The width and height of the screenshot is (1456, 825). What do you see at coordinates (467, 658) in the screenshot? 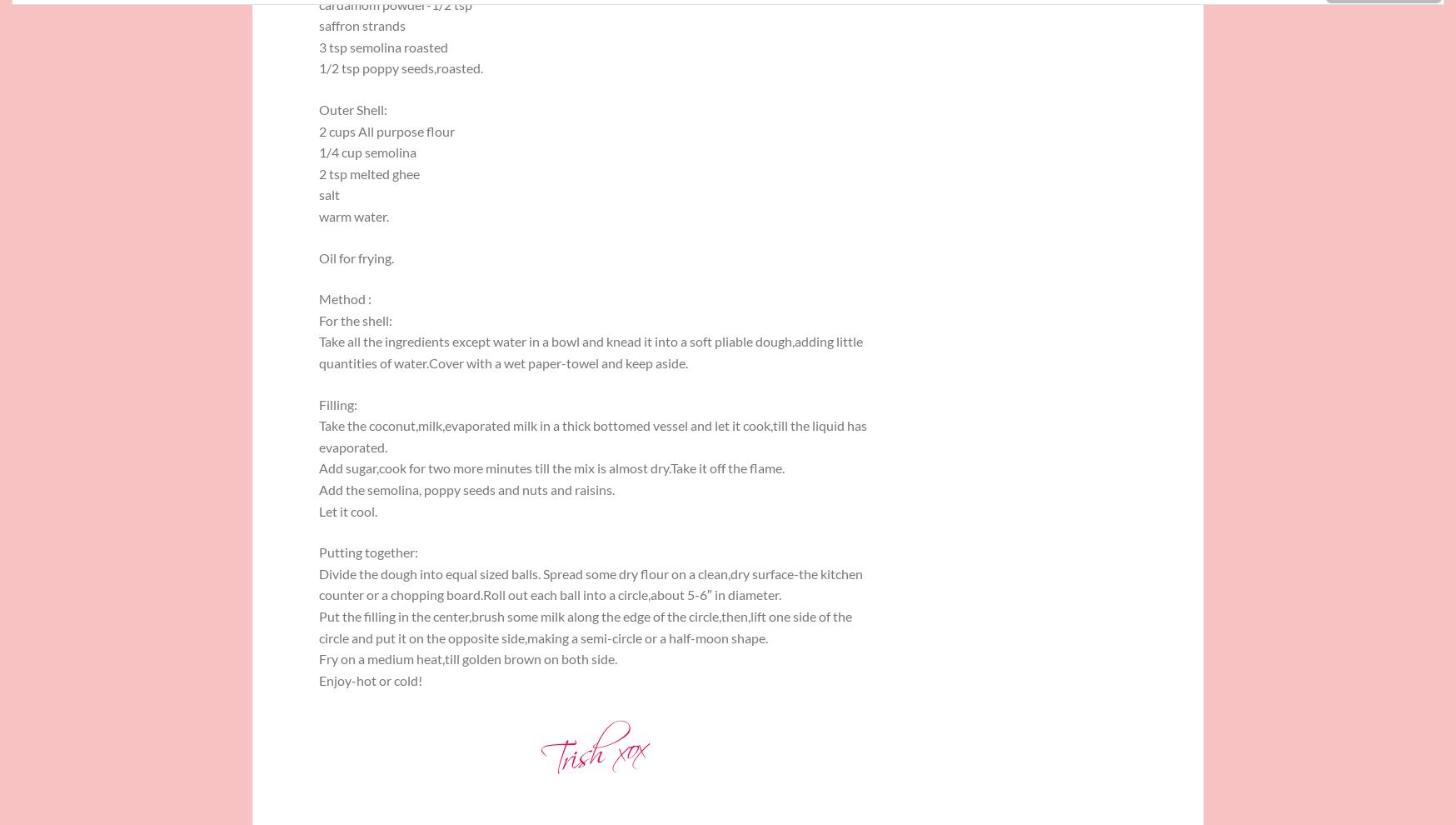
I see `'Fry on a medium heat,till golden brown on both side.'` at bounding box center [467, 658].